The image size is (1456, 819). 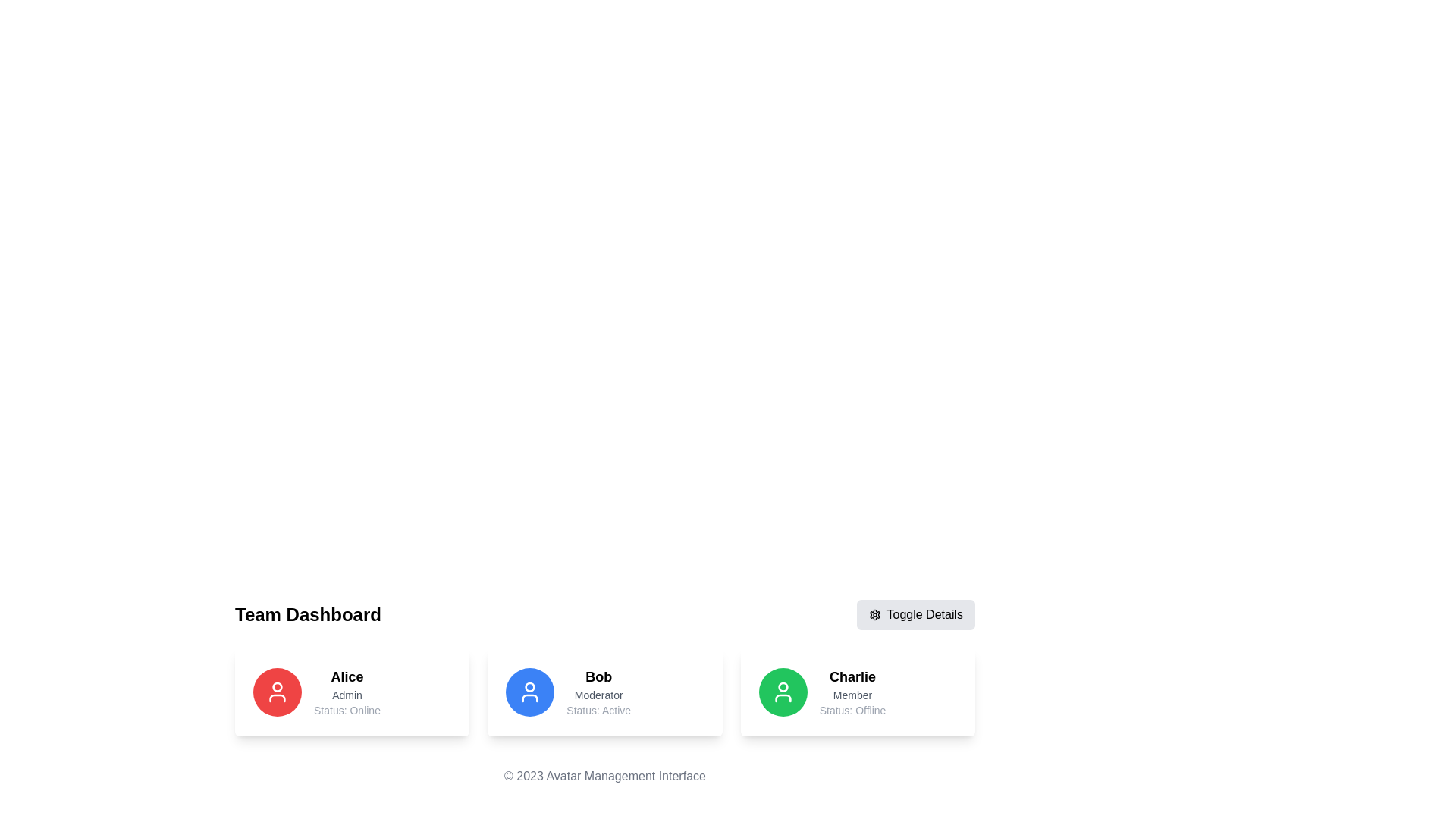 I want to click on the shoulders part of the user profile icon represented by the SVG element, which is a decorative component within the user avatar design, so click(x=530, y=698).